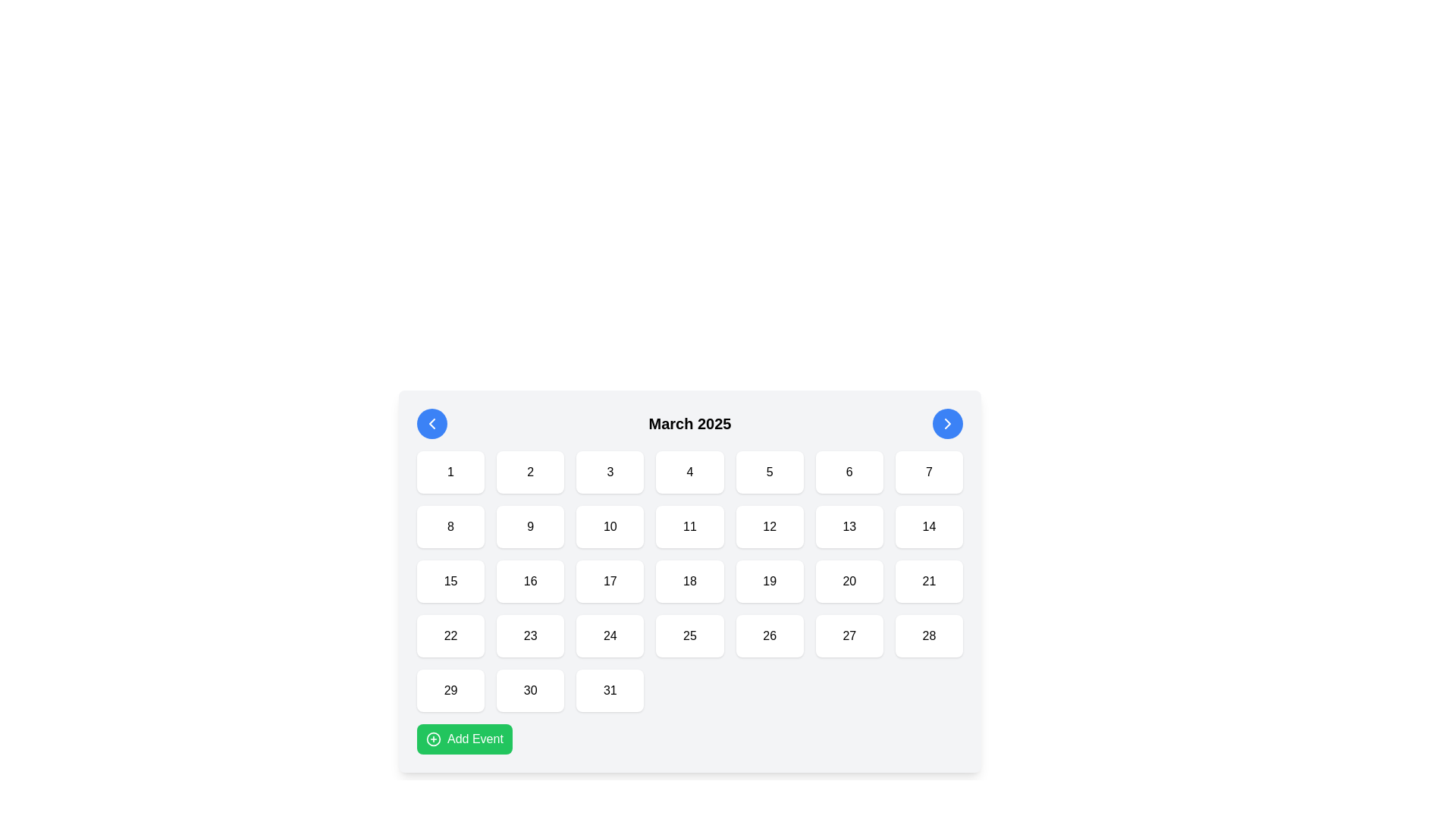 The height and width of the screenshot is (819, 1456). I want to click on the calendar day cell representing the 25th of March 2025, so click(689, 636).